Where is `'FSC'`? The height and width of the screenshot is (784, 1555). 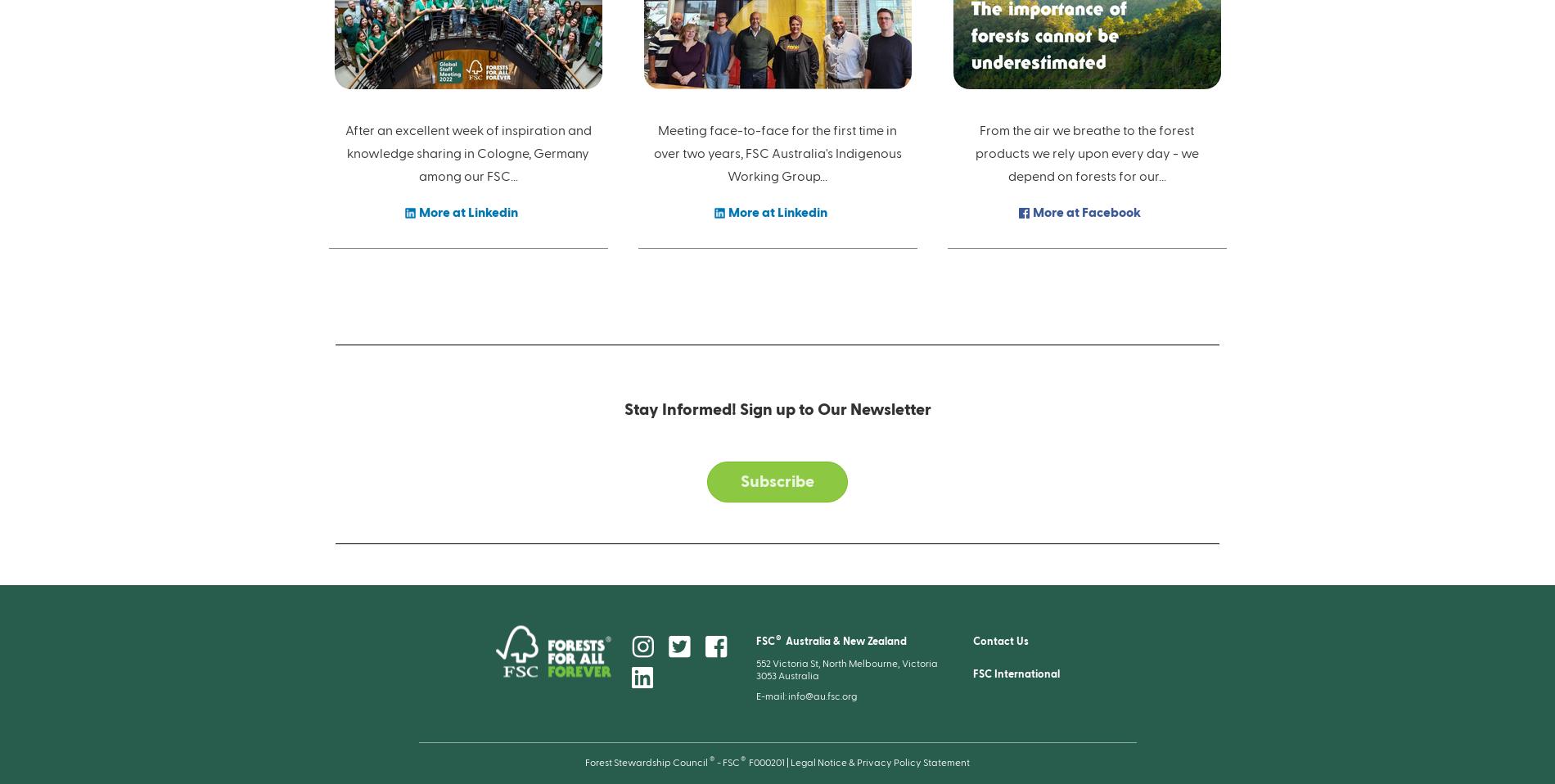 'FSC' is located at coordinates (764, 640).